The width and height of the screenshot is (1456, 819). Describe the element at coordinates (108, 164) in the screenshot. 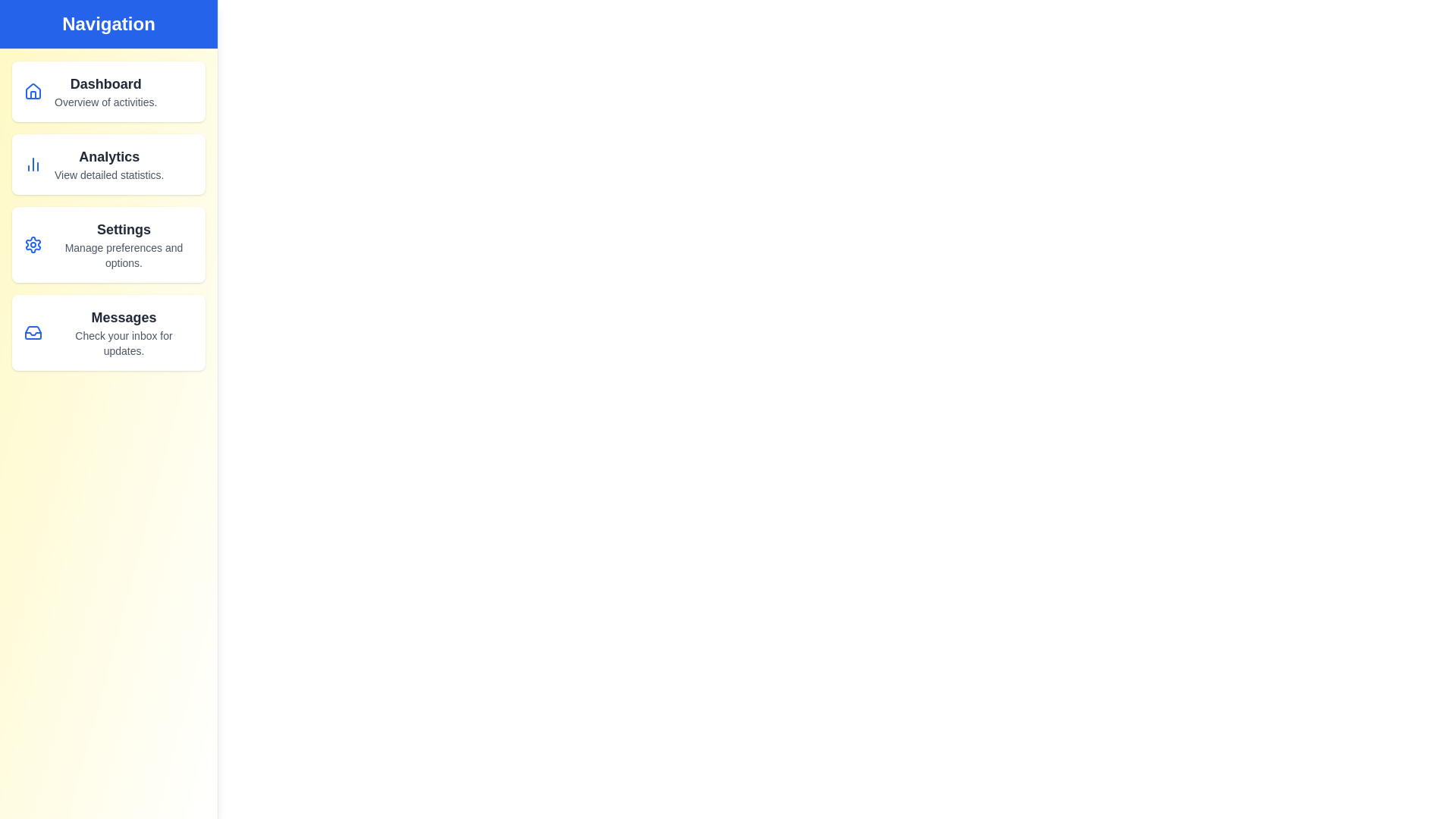

I see `the navigation item Analytics` at that location.